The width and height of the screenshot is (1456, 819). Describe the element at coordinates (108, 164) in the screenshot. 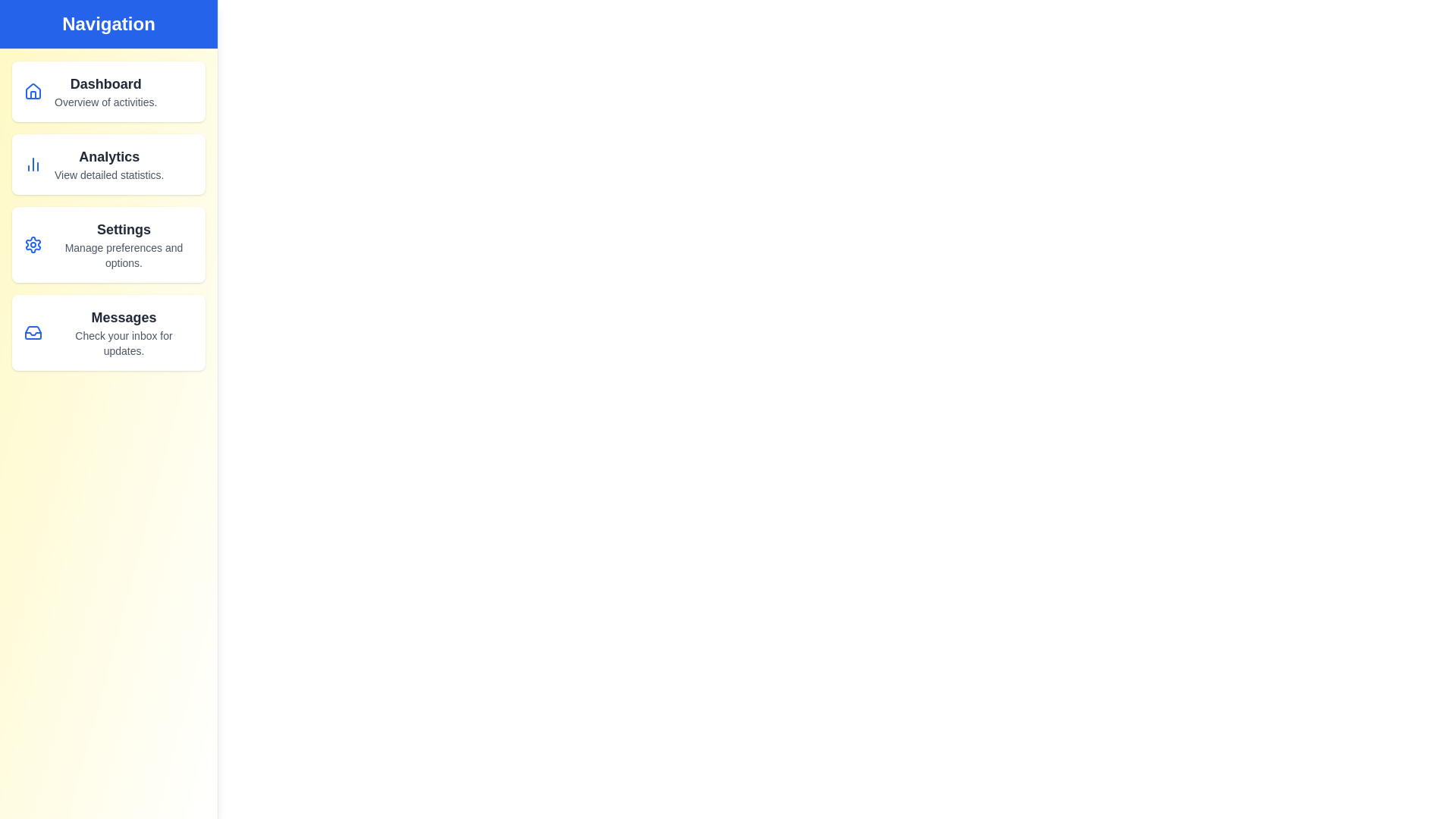

I see `the navigation item Analytics` at that location.